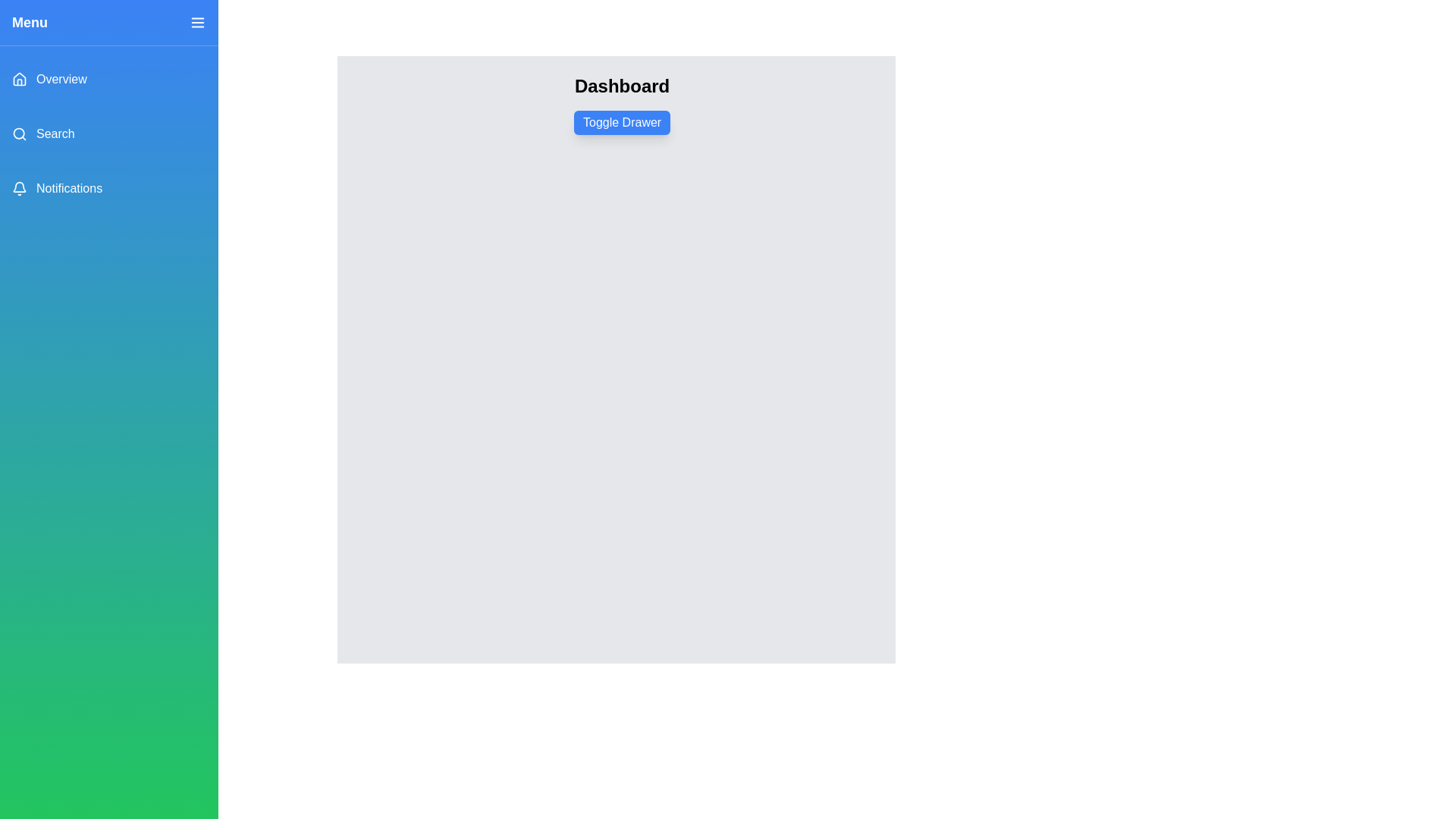  I want to click on the 'Toggle Drawer' button to toggle the visibility of the drawer, so click(622, 122).